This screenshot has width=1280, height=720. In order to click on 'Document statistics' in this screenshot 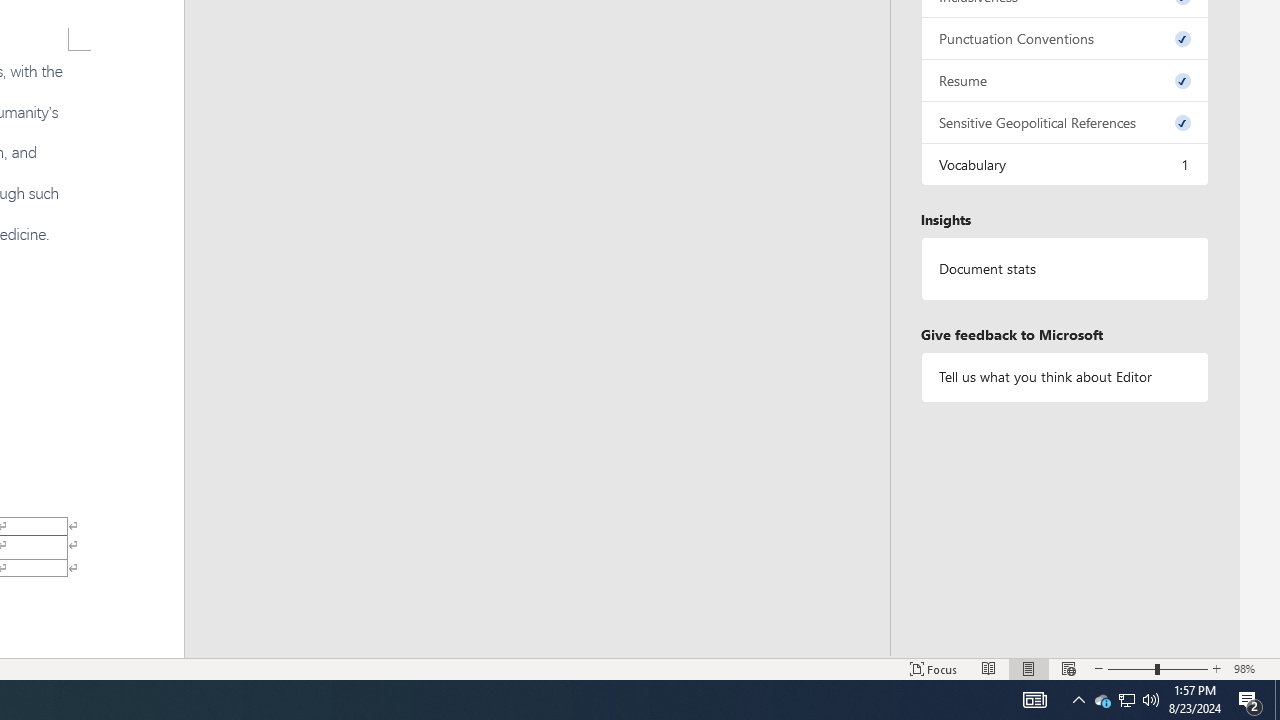, I will do `click(1063, 268)`.